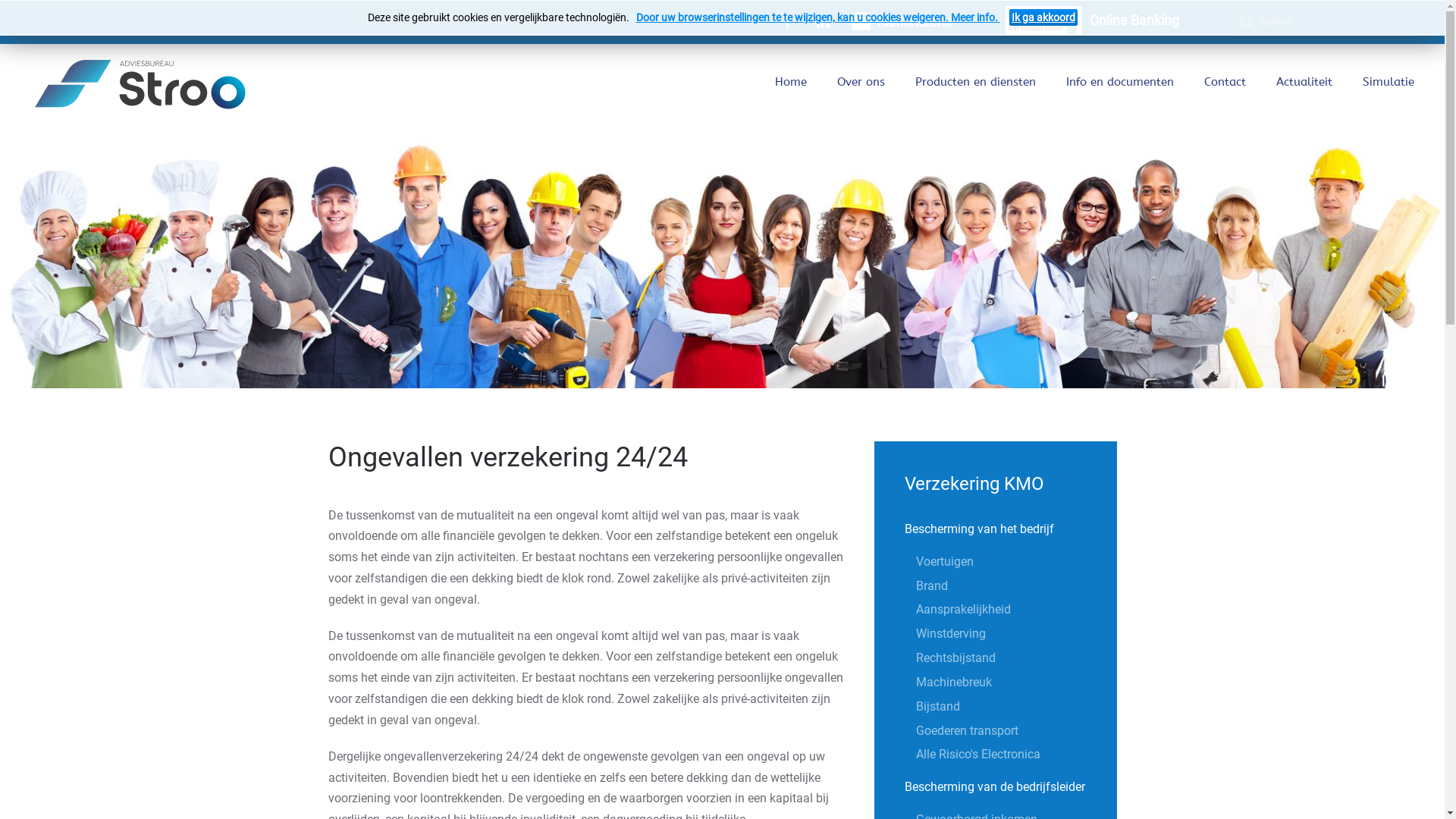  I want to click on '   Online Banking', so click(1092, 22).